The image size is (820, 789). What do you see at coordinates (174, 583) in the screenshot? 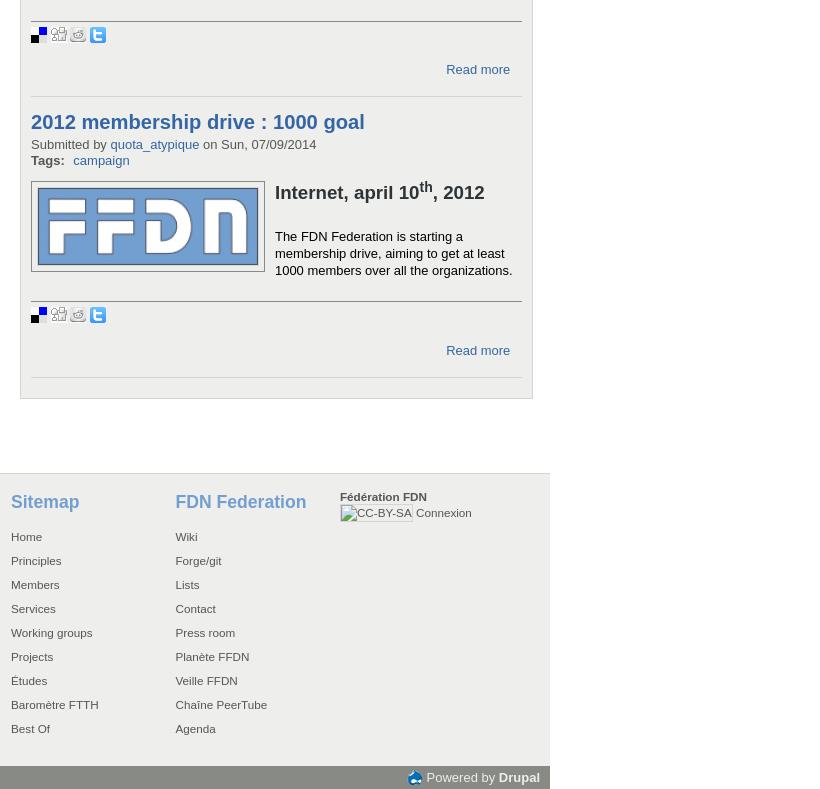
I see `'Lists'` at bounding box center [174, 583].